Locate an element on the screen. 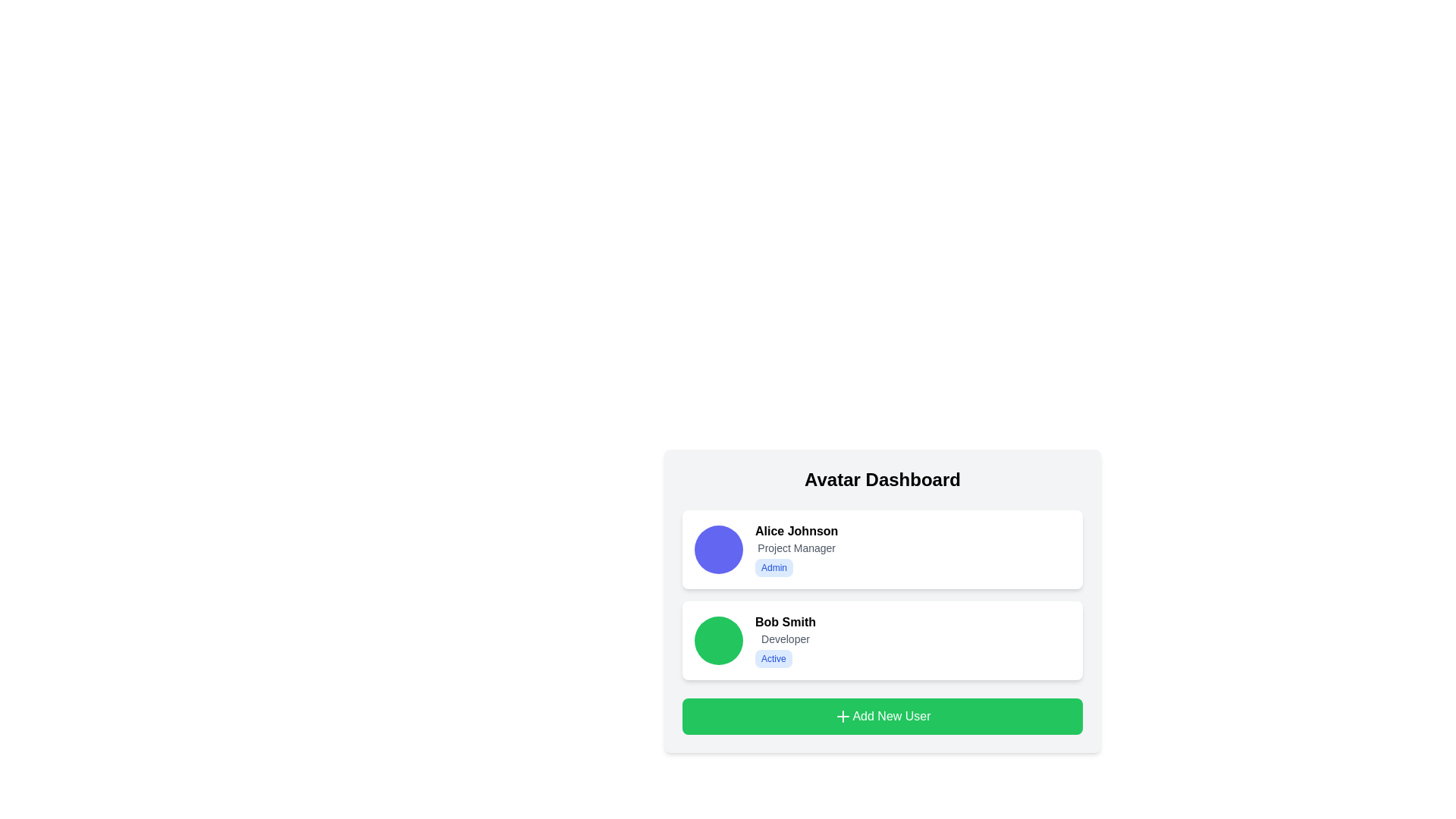  the Static text label displaying 'Developer', which is positioned centrally below 'Bob Smith' and above the 'Active' label in the user information card is located at coordinates (786, 639).